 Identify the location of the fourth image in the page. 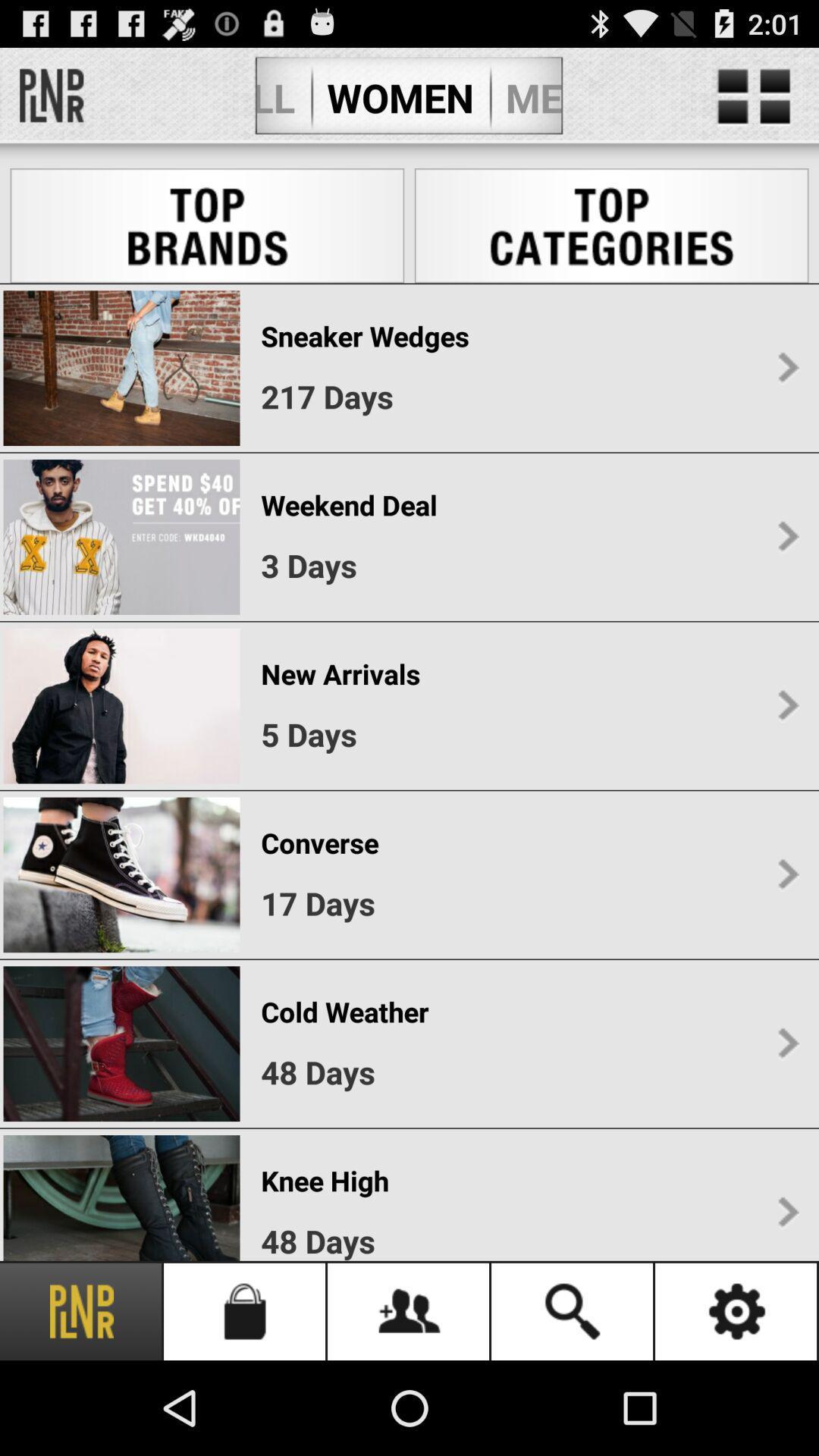
(121, 874).